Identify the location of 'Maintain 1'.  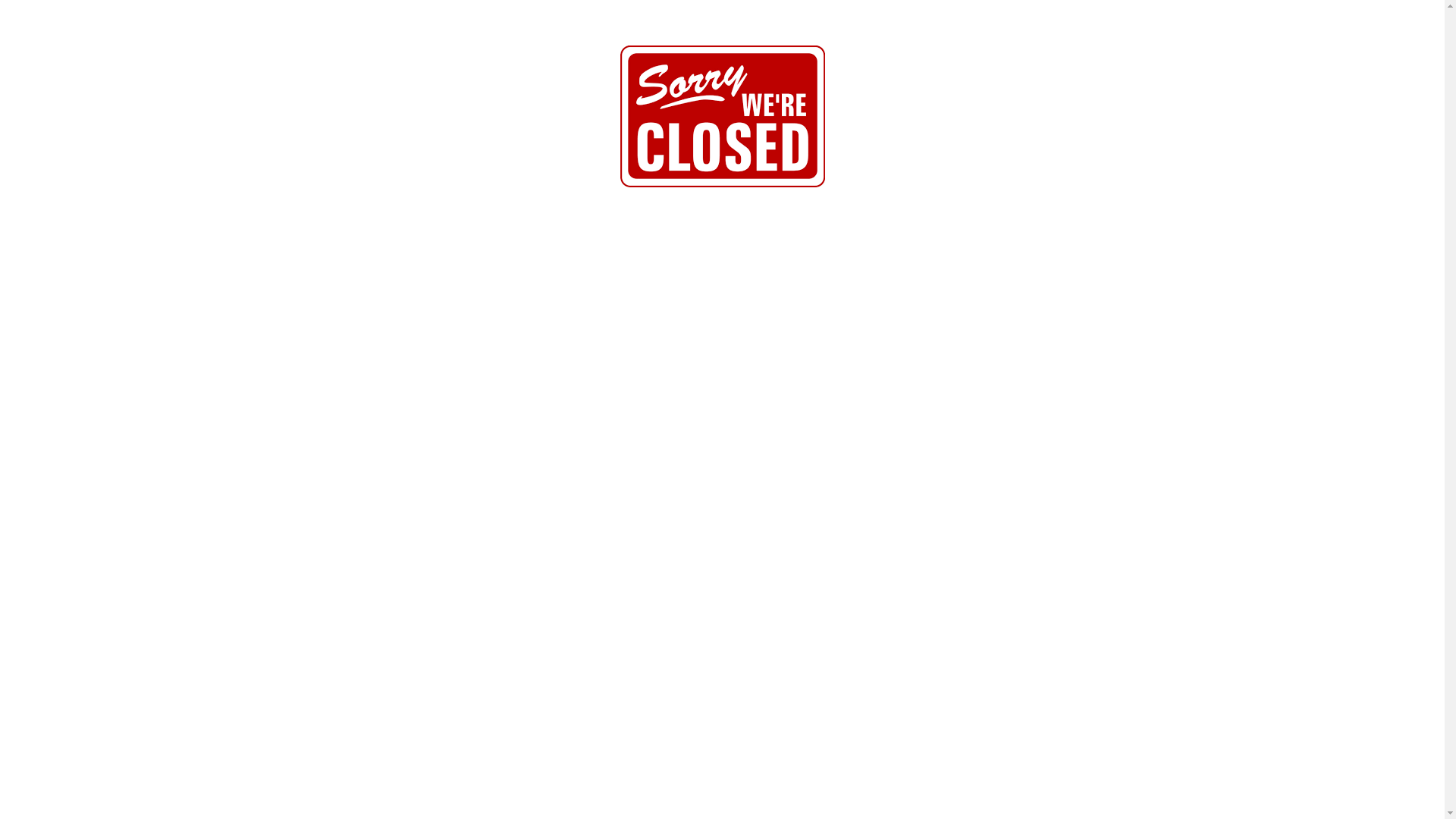
(722, 115).